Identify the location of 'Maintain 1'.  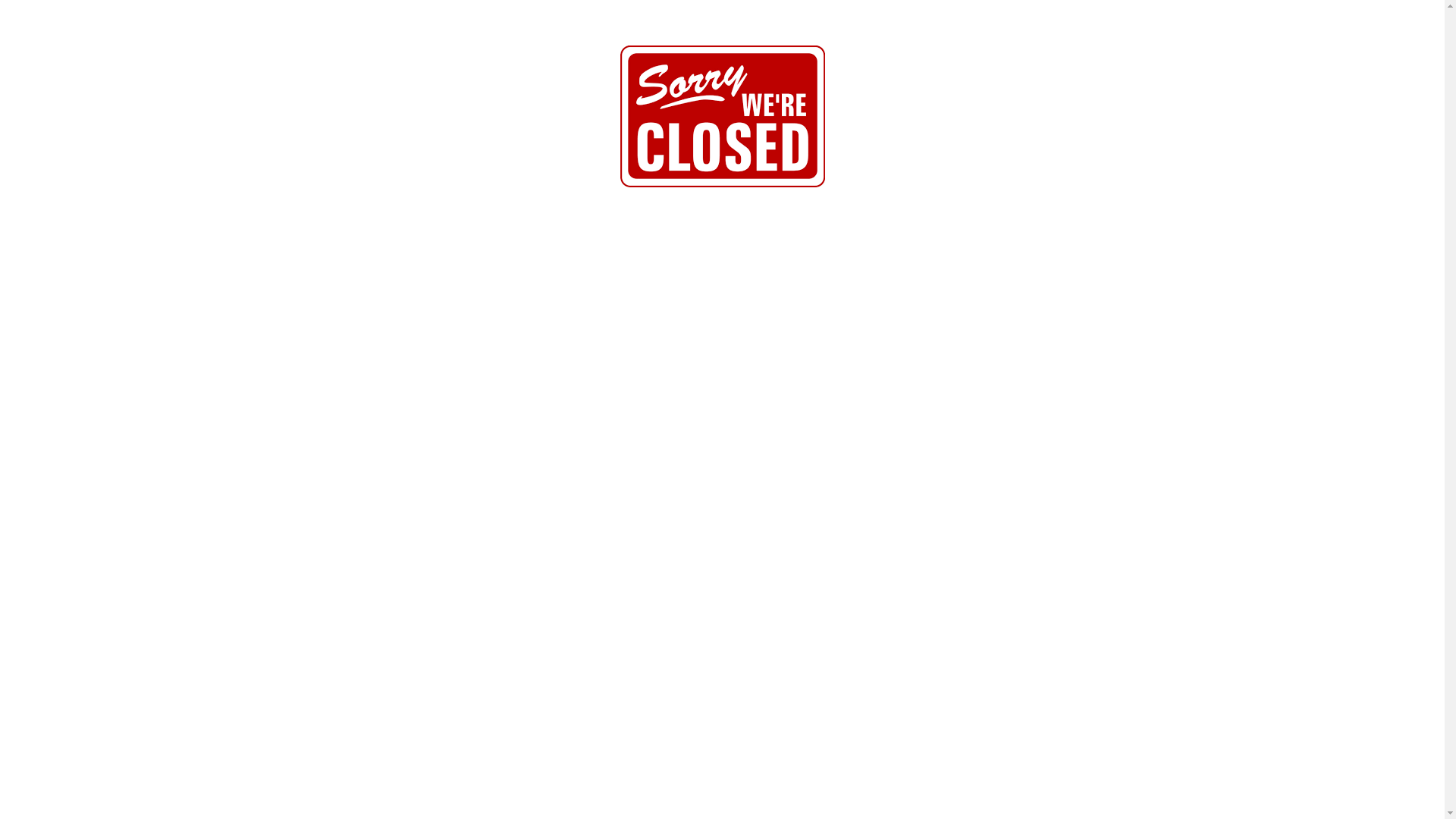
(722, 115).